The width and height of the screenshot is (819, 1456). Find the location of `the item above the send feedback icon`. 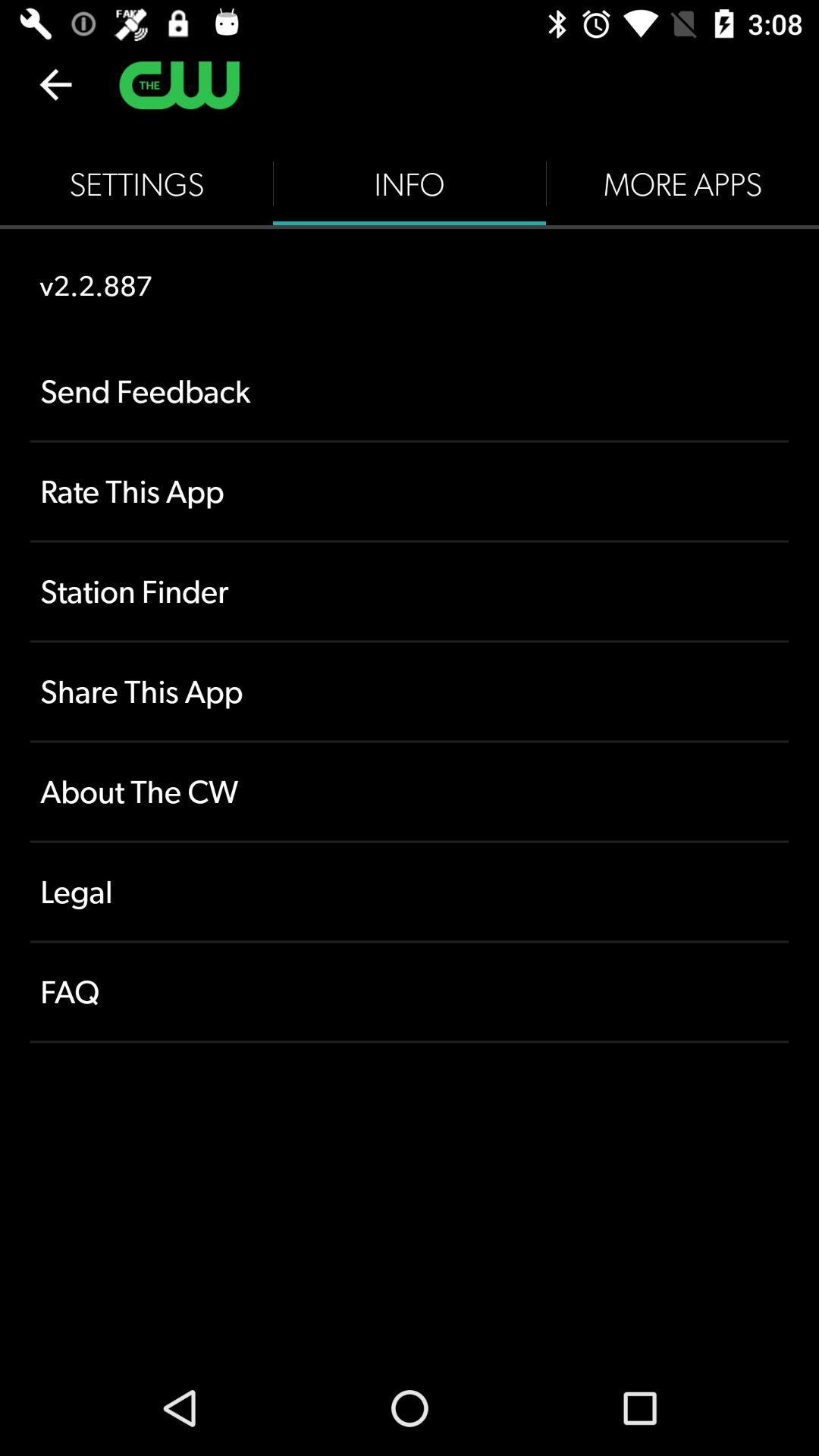

the item above the send feedback icon is located at coordinates (409, 184).